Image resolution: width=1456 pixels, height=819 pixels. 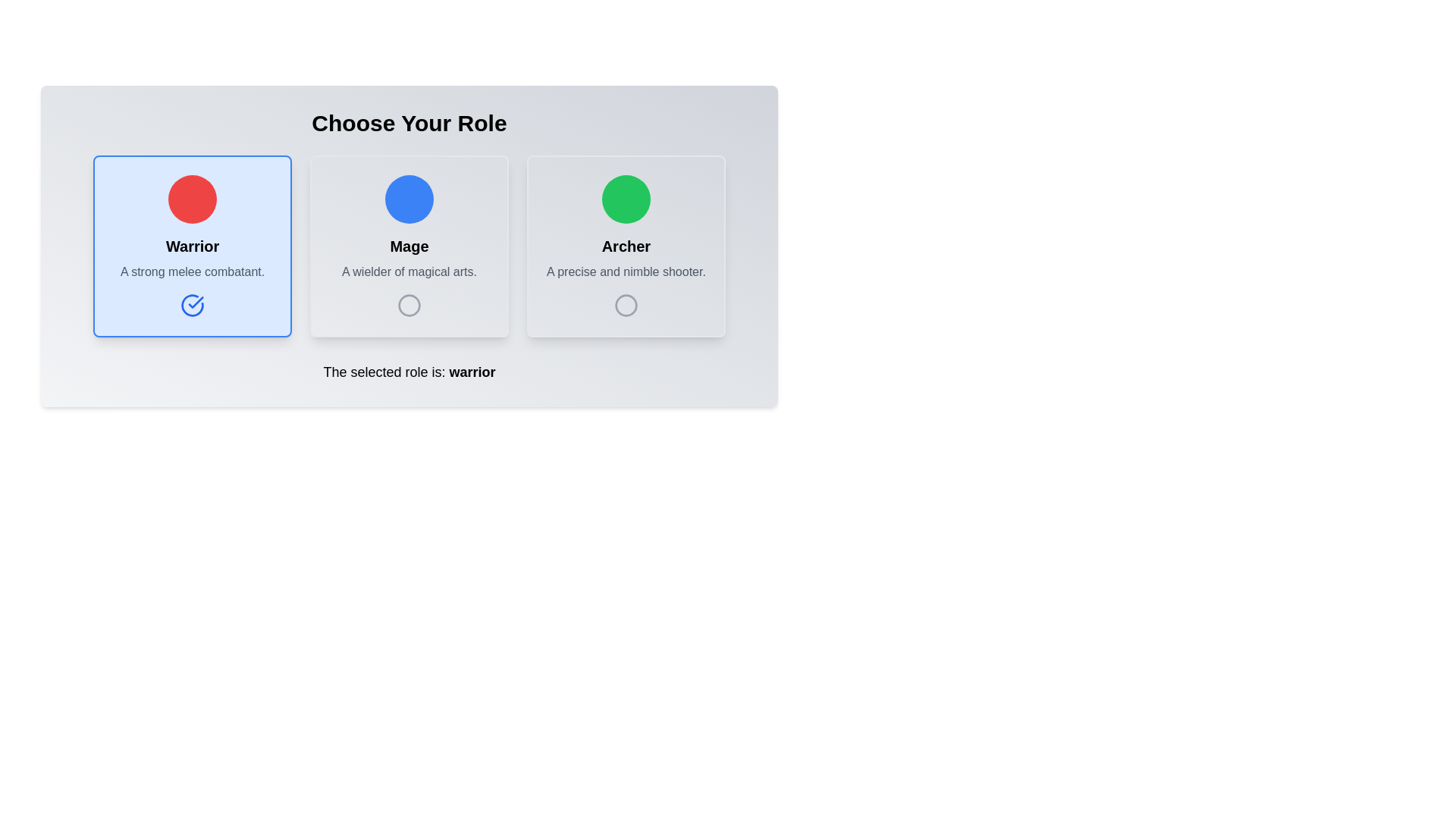 What do you see at coordinates (626, 305) in the screenshot?
I see `the unselected circular radio button icon located under the 'Archer' section in the 'Choose Your Role' interface to trigger hover effects` at bounding box center [626, 305].